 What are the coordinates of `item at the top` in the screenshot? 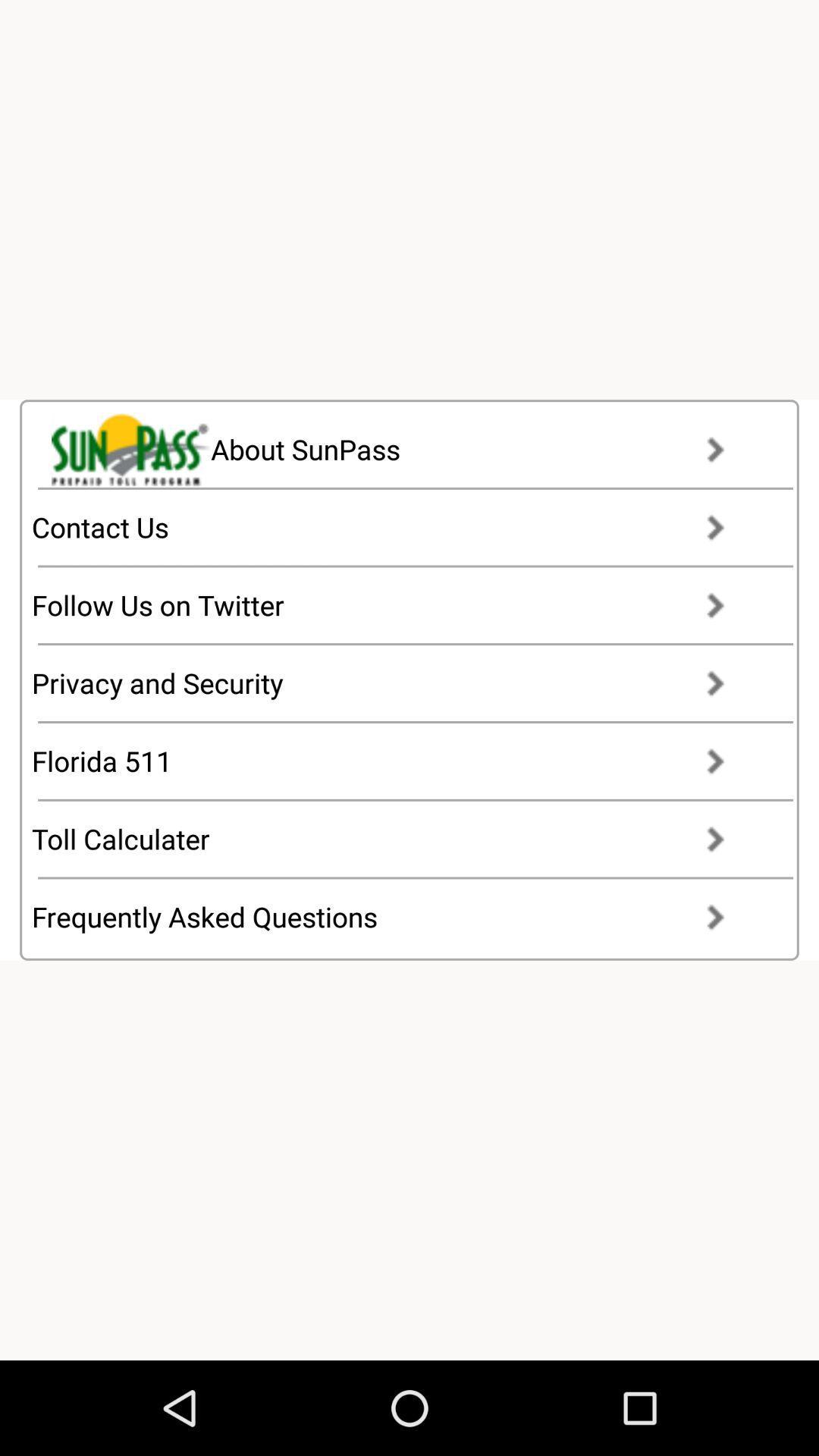 It's located at (402, 448).